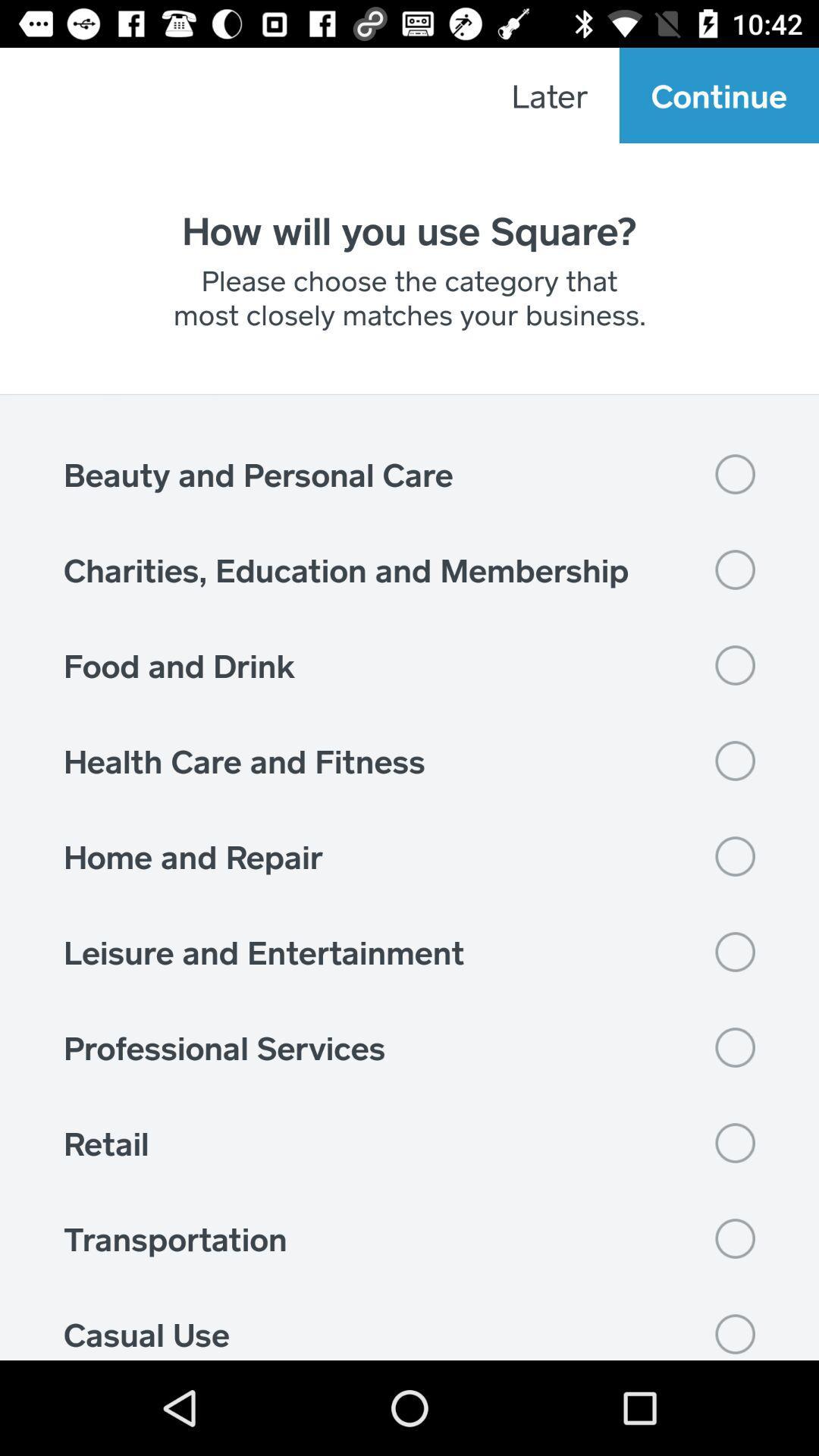 This screenshot has height=1456, width=819. What do you see at coordinates (409, 951) in the screenshot?
I see `the leisure and entertainment item` at bounding box center [409, 951].